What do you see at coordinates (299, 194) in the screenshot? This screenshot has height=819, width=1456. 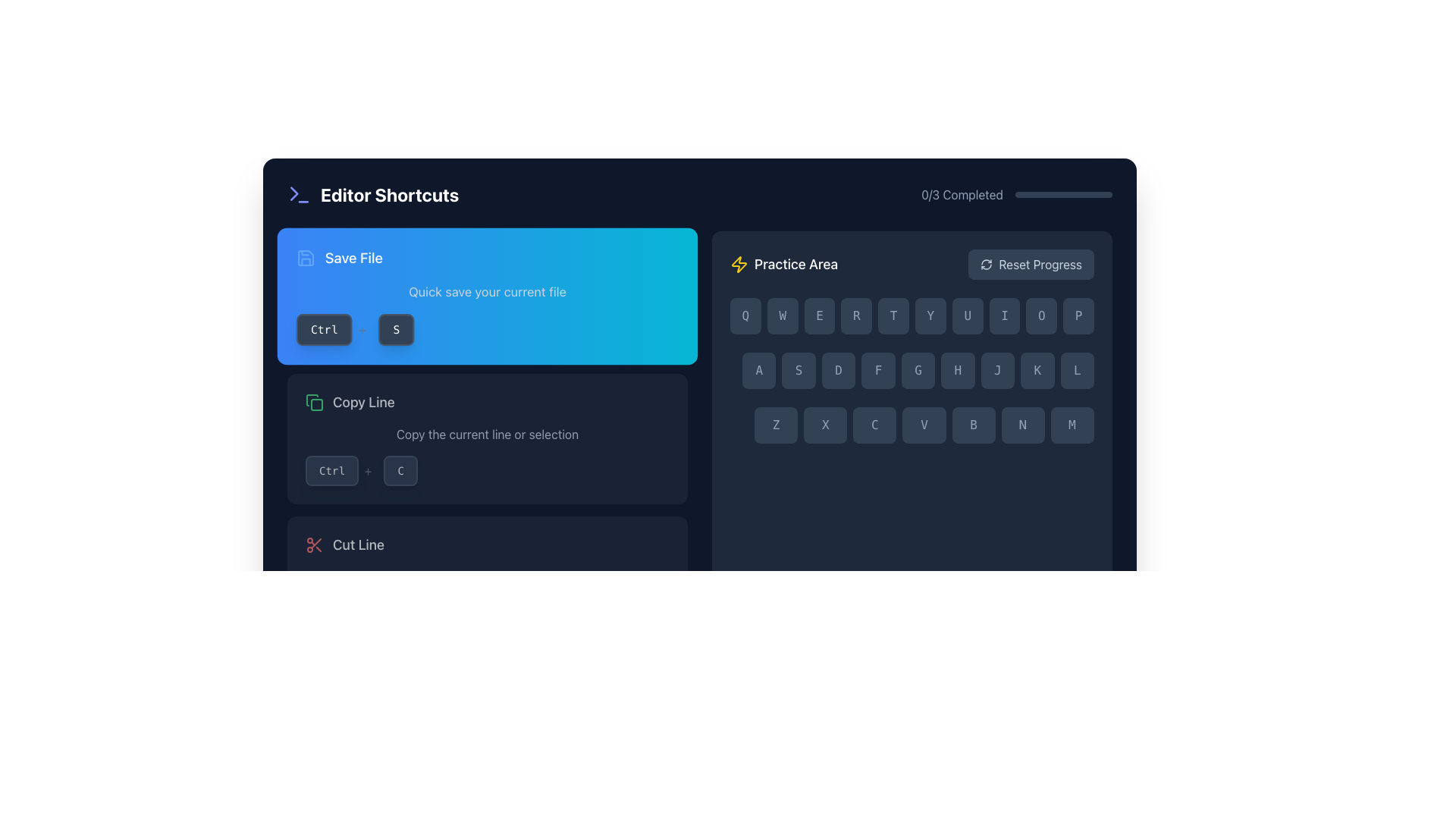 I see `the icon representing the 'Editor Shortcuts' section, which is located next to the text 'Editor Shortcuts' at the top-left side of the interface` at bounding box center [299, 194].